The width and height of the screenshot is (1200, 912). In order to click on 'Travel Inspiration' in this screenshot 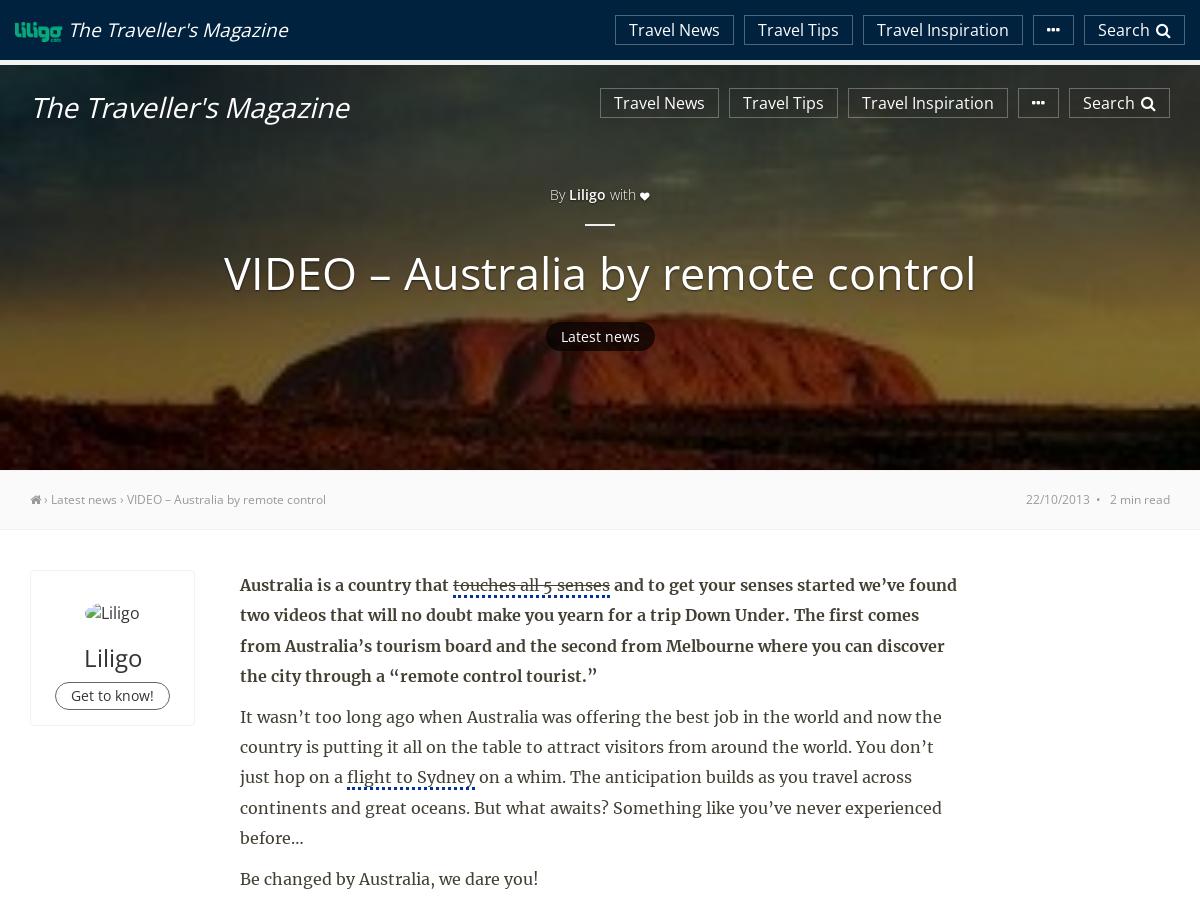, I will do `click(600, 407)`.